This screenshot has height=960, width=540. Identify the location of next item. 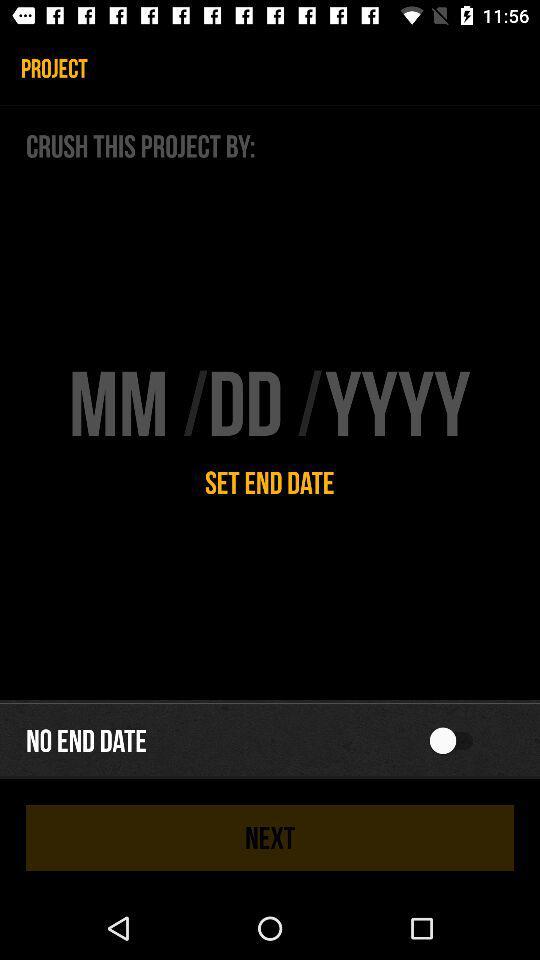
(270, 837).